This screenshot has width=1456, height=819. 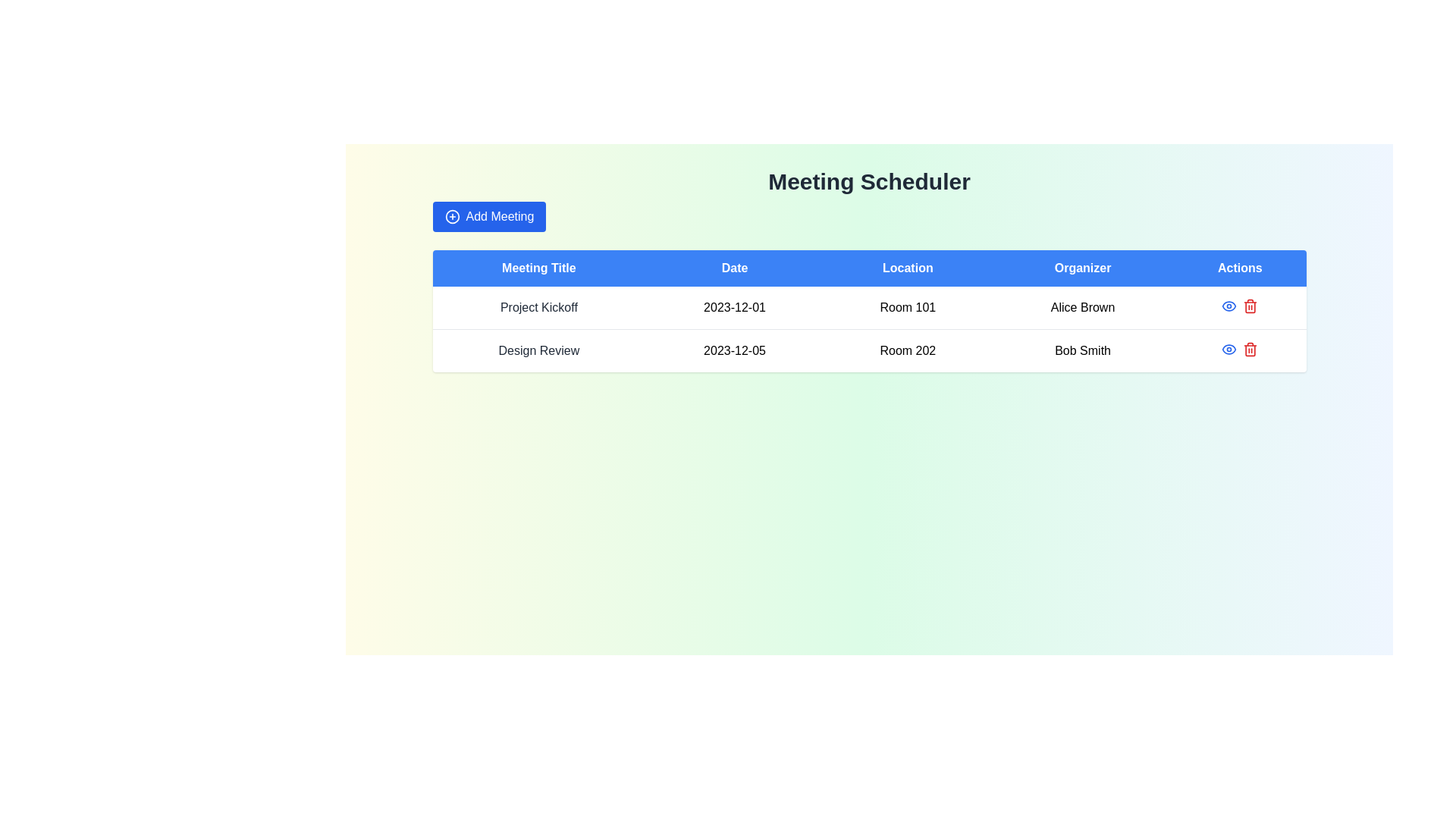 What do you see at coordinates (489, 216) in the screenshot?
I see `the 'Add Meeting' button located below the 'Meeting Scheduler' title` at bounding box center [489, 216].